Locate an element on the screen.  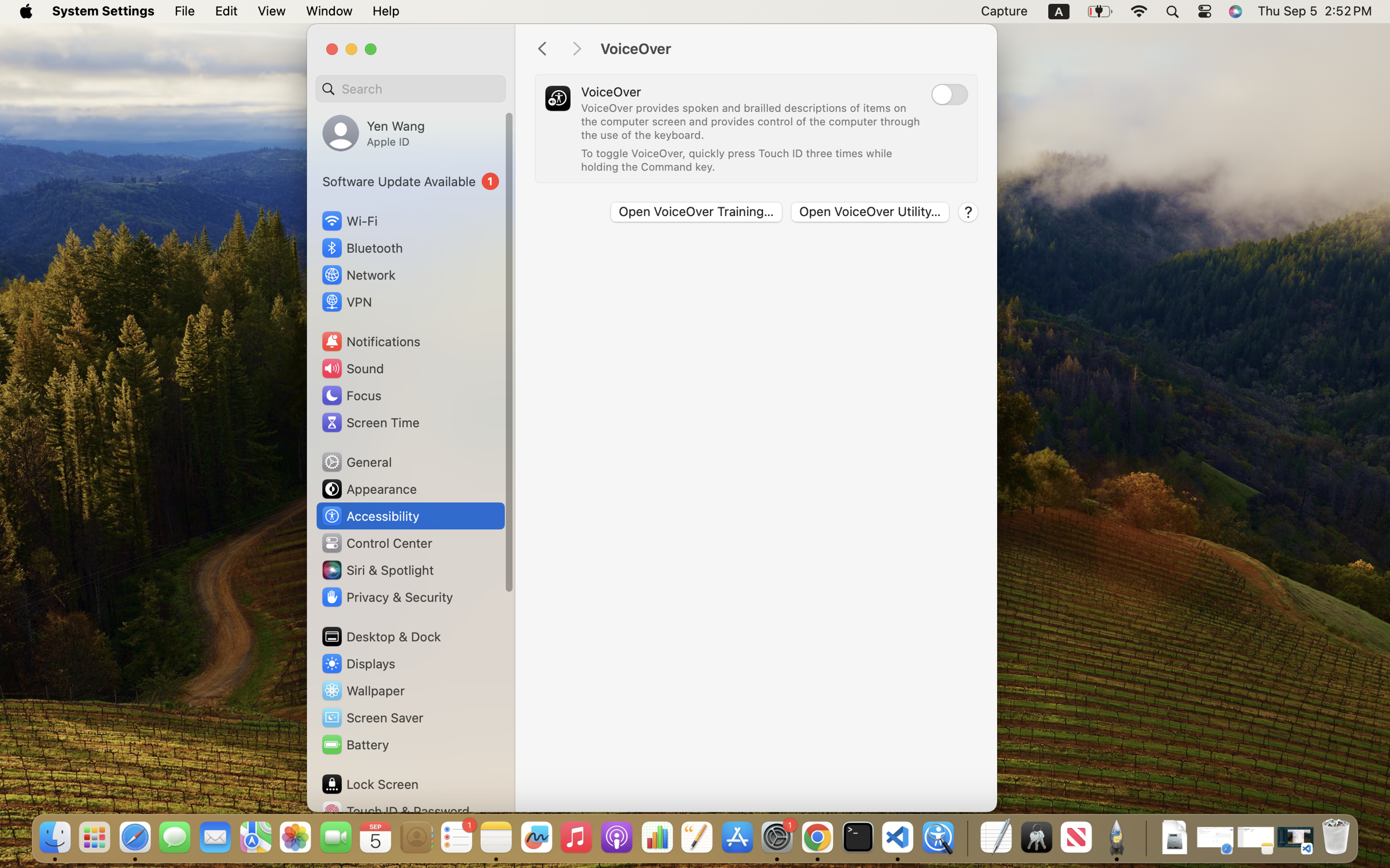
'General' is located at coordinates (355, 461).